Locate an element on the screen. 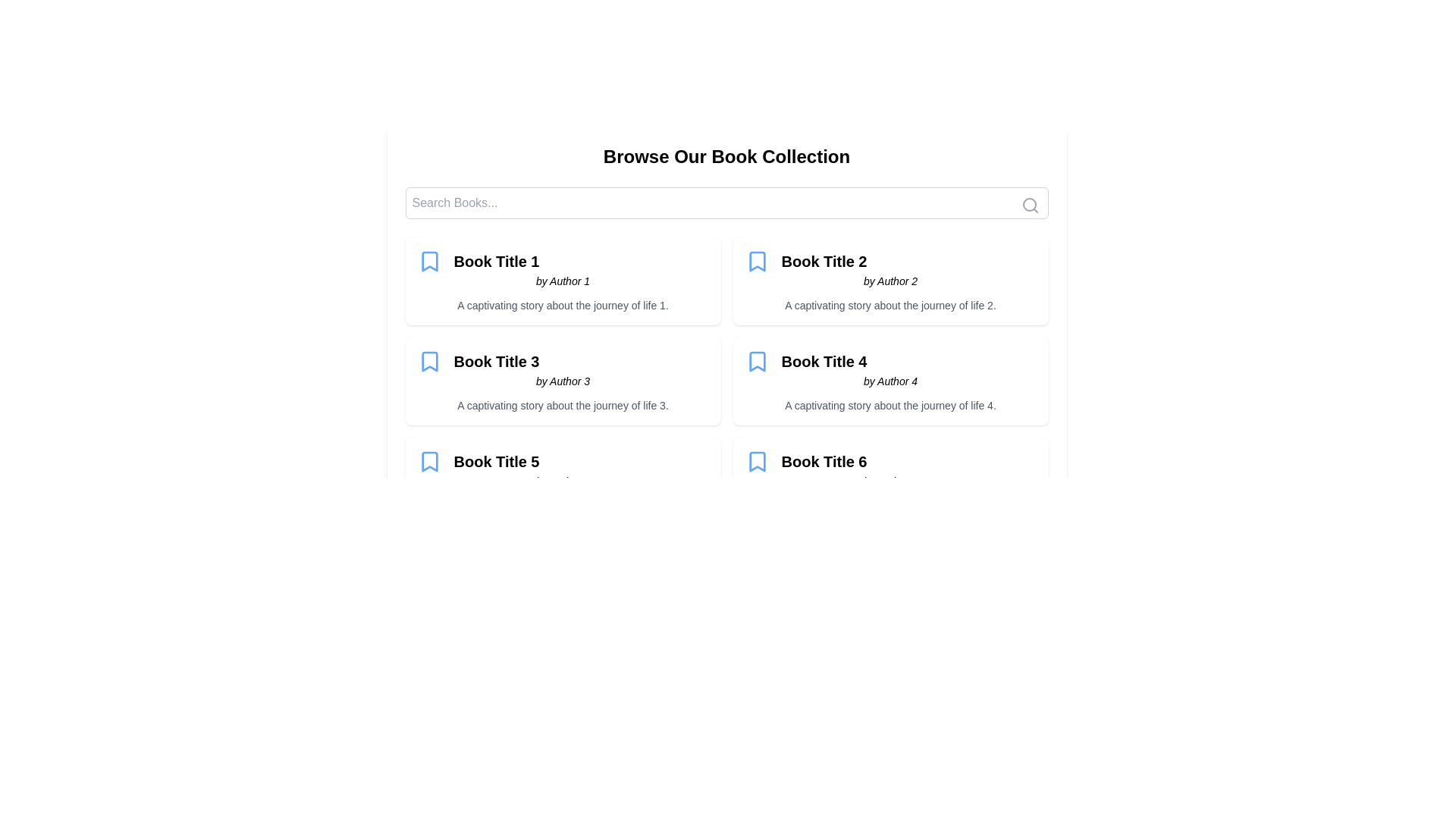 Image resolution: width=1456 pixels, height=819 pixels. the text label displaying 'A captivating story about the journey of life 2' located in the second card of the second column within the book entries grid is located at coordinates (890, 305).